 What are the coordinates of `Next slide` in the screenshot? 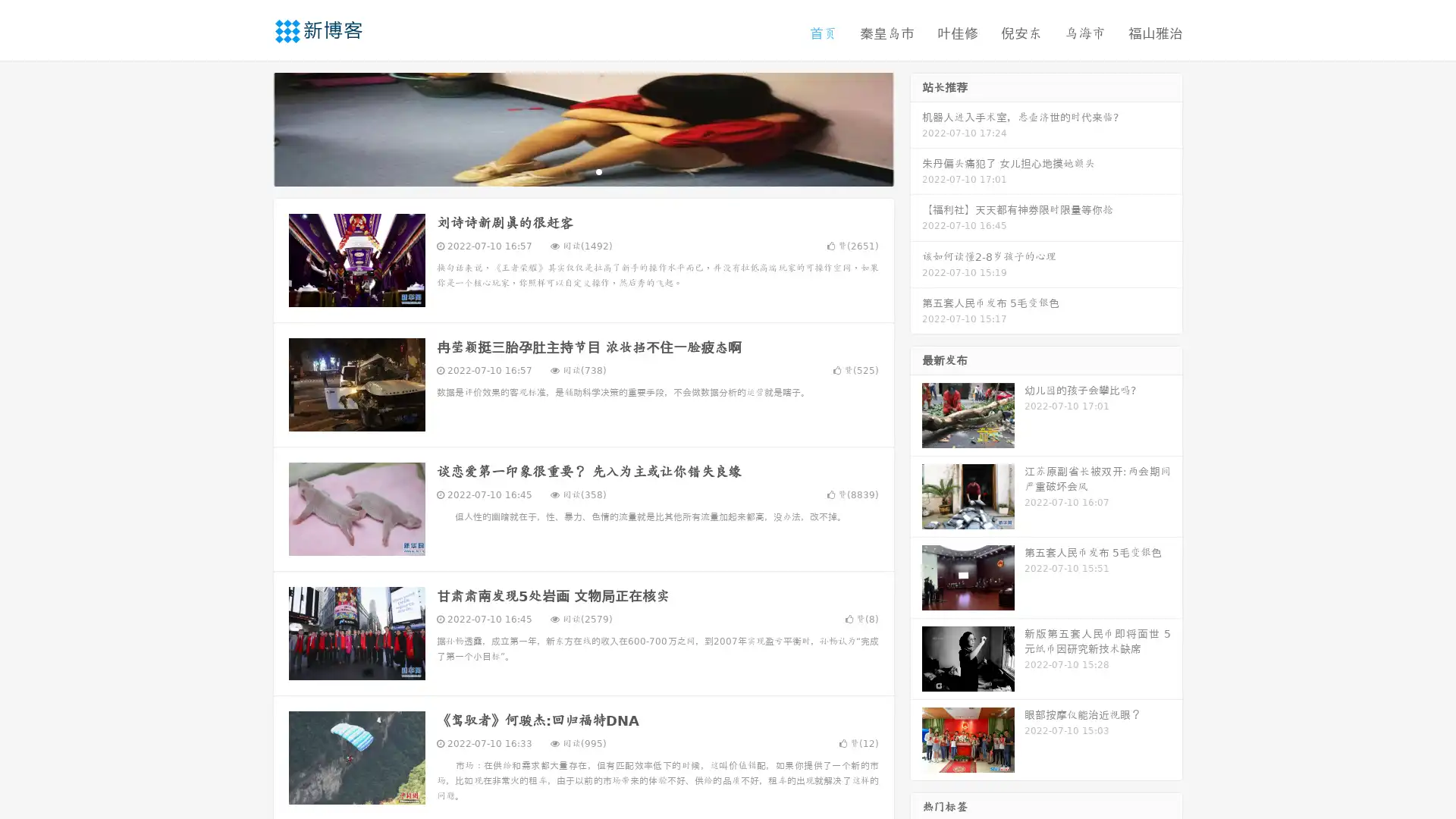 It's located at (916, 127).